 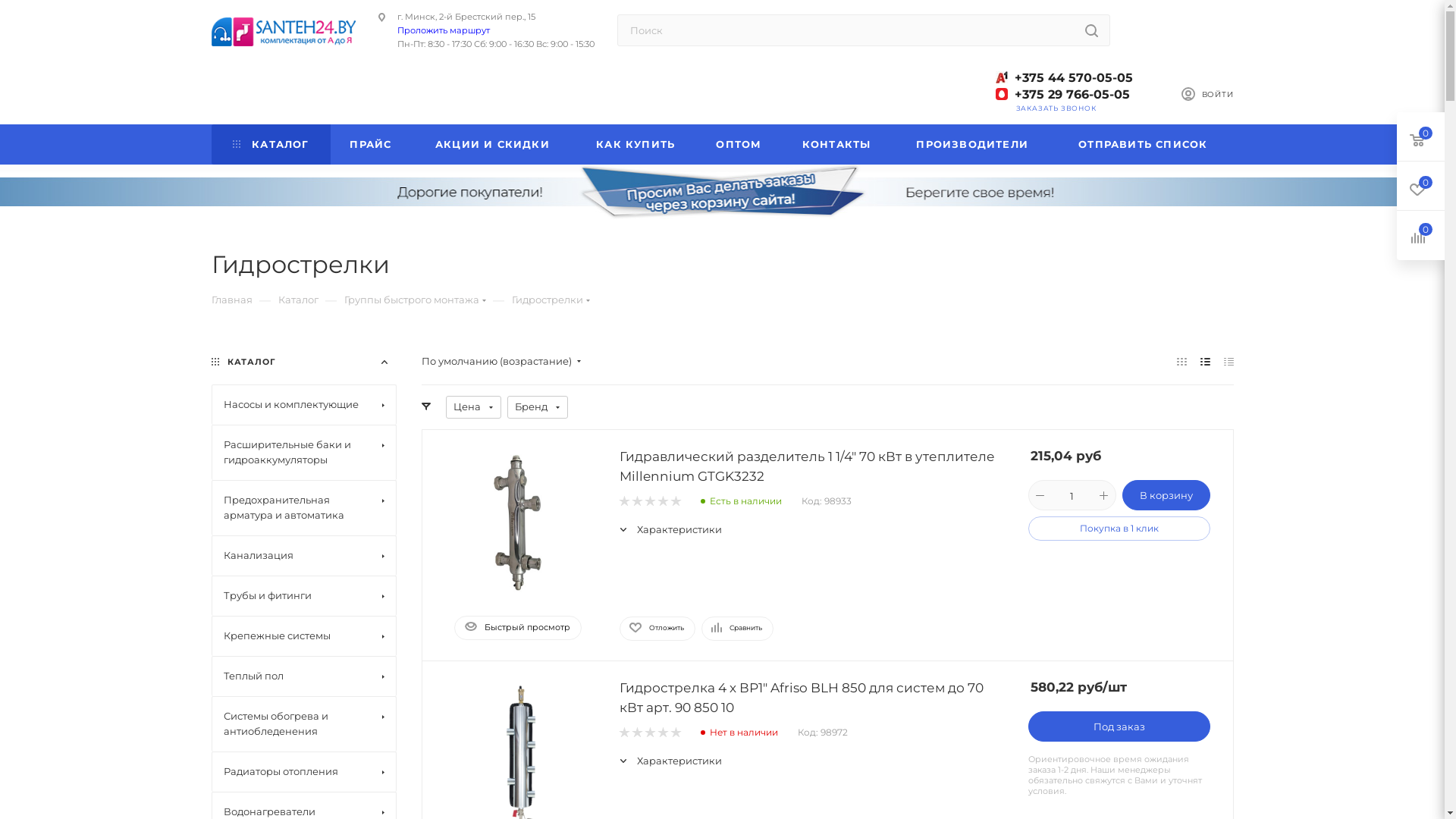 What do you see at coordinates (663, 501) in the screenshot?
I see `'4'` at bounding box center [663, 501].